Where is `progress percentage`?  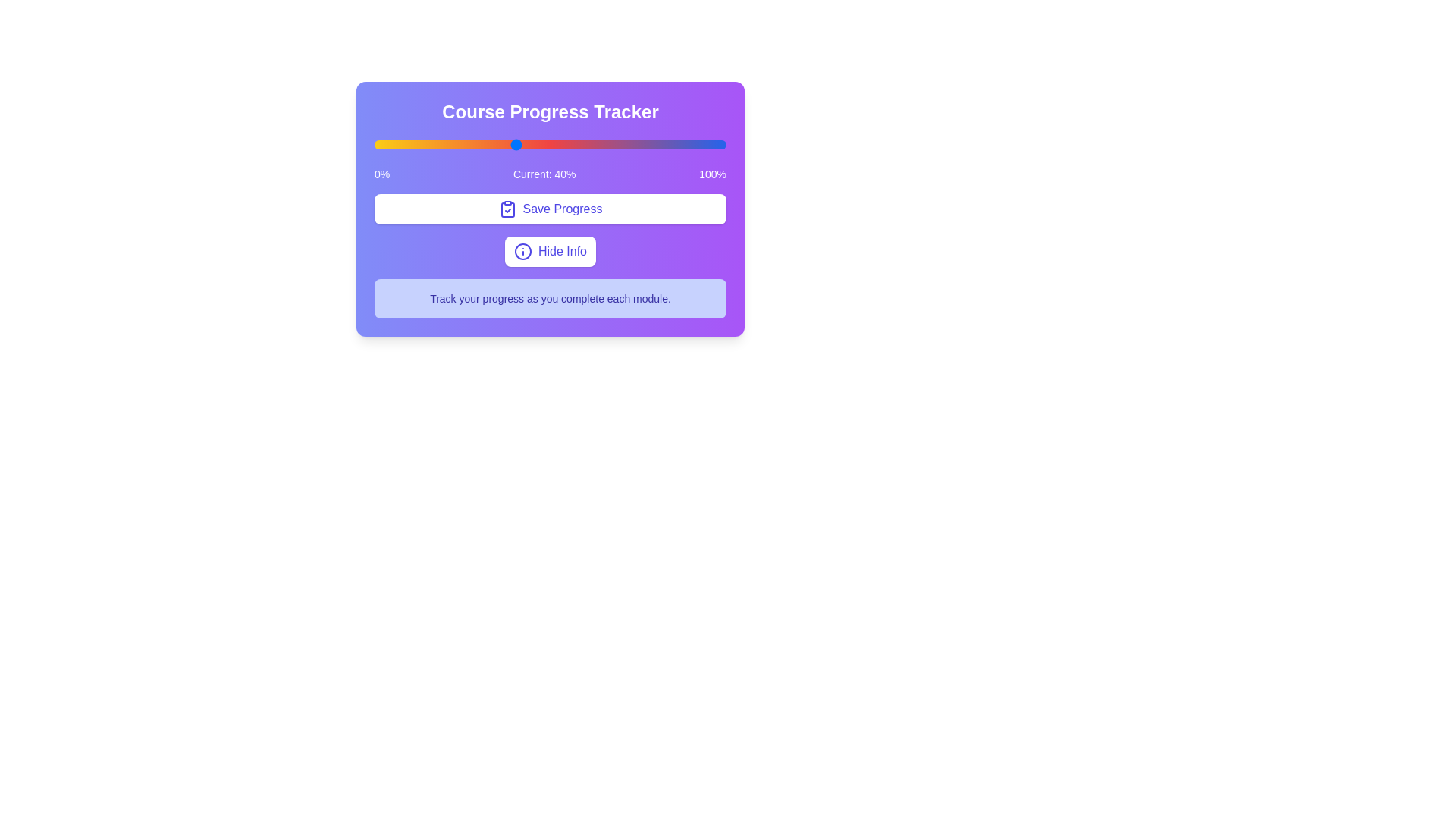
progress percentage is located at coordinates (451, 145).